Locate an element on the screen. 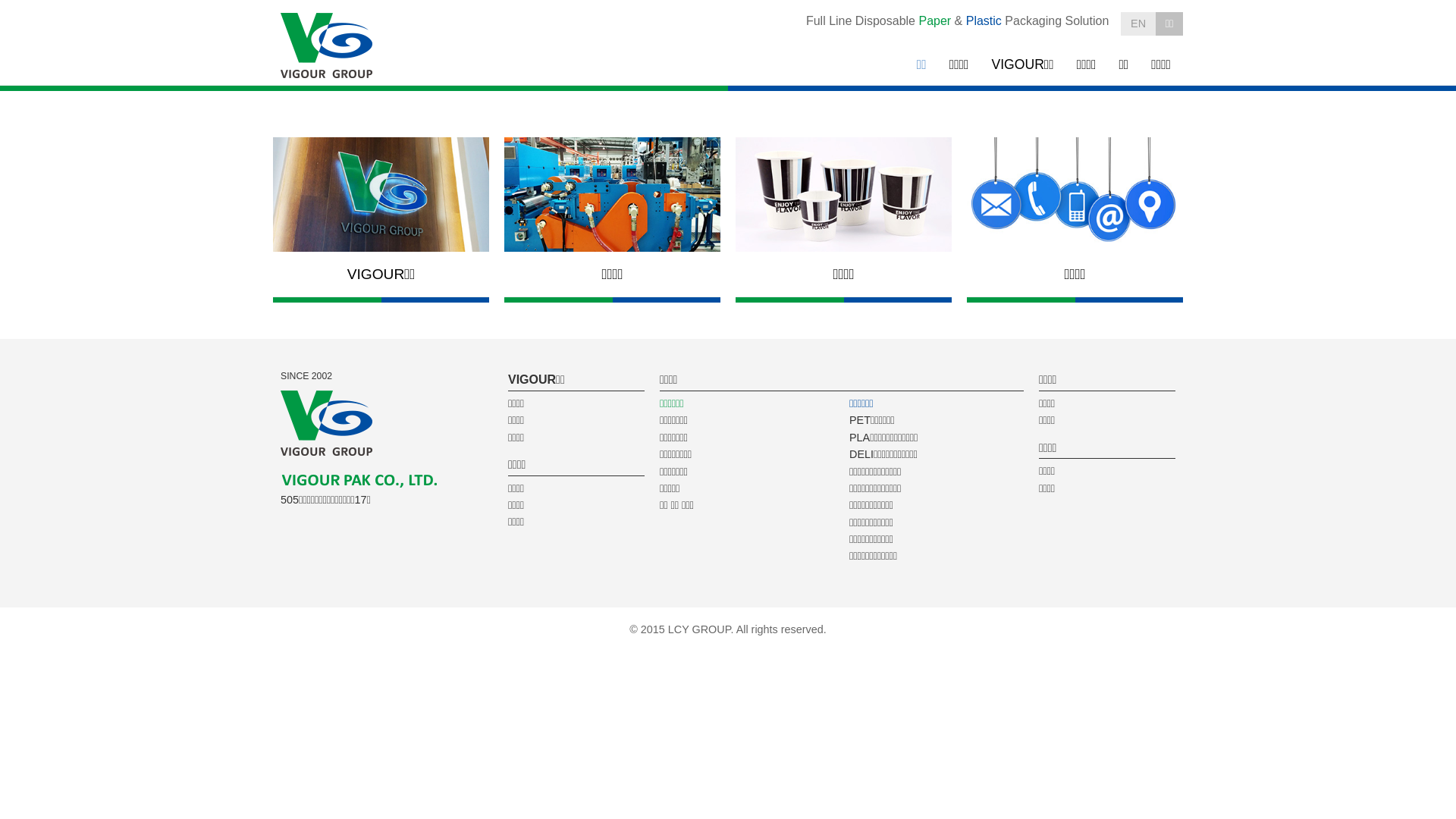 Image resolution: width=1456 pixels, height=819 pixels. 'EN' is located at coordinates (1138, 24).